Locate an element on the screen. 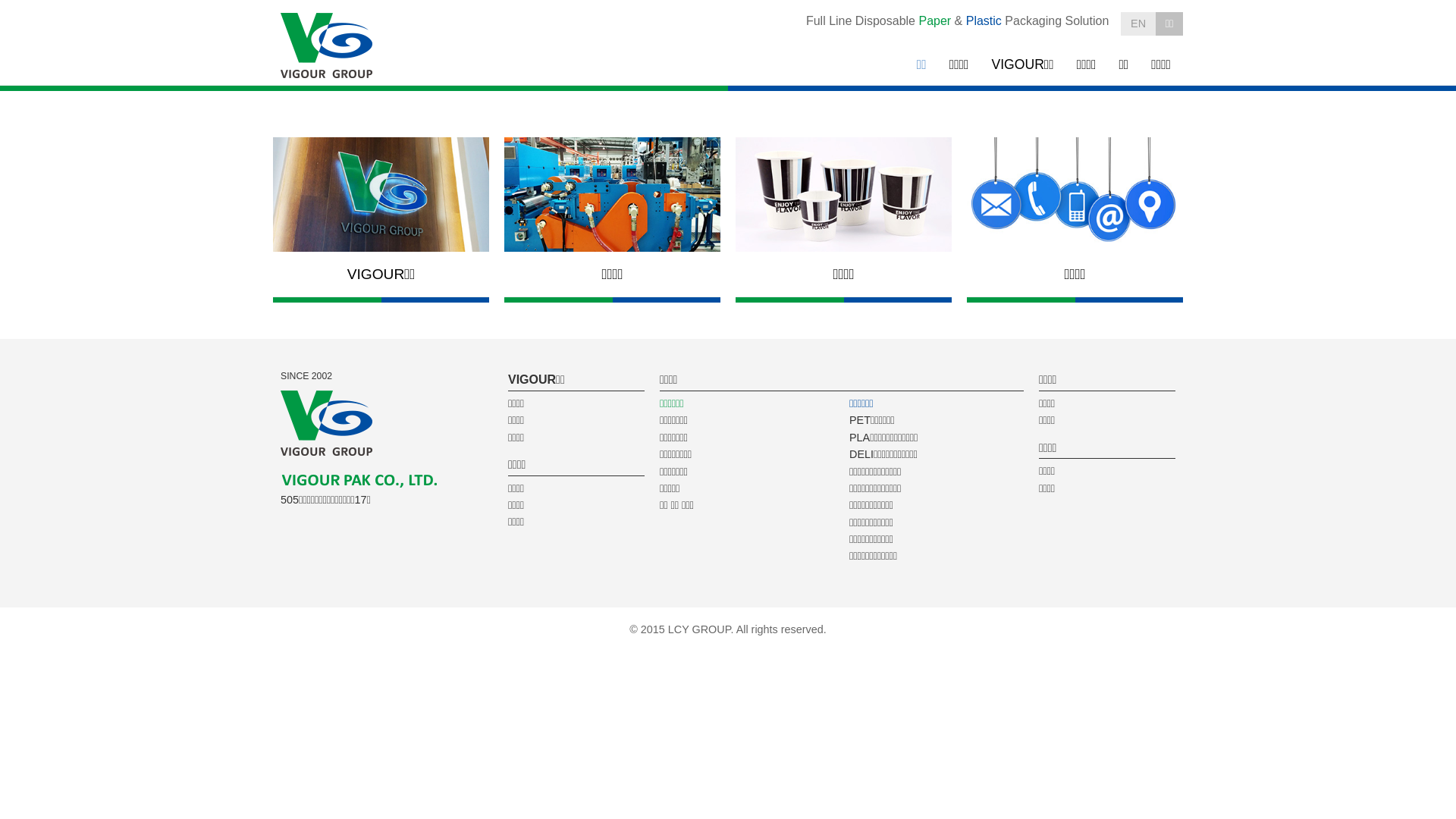 Image resolution: width=1456 pixels, height=819 pixels. 'EN' is located at coordinates (1138, 24).